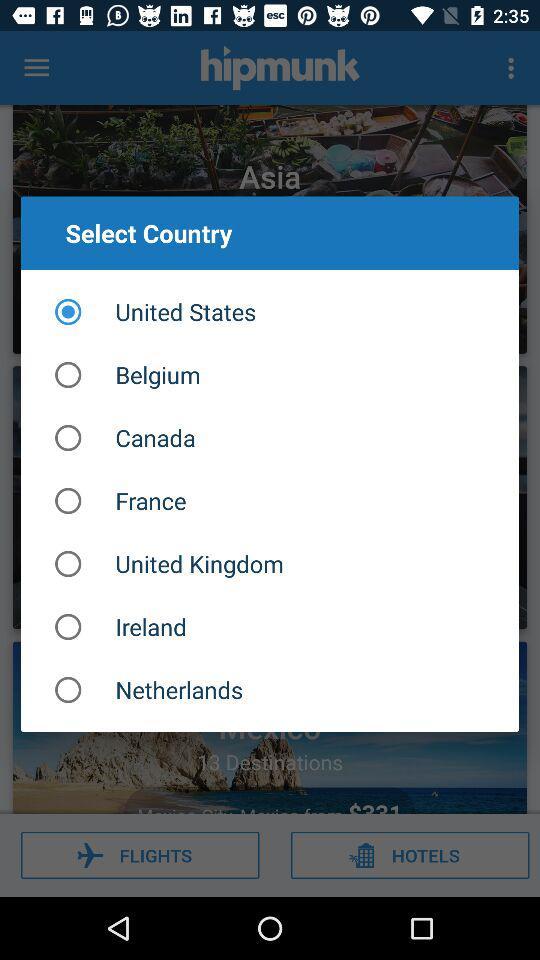 The image size is (540, 960). I want to click on the icon below united kingdom, so click(270, 625).